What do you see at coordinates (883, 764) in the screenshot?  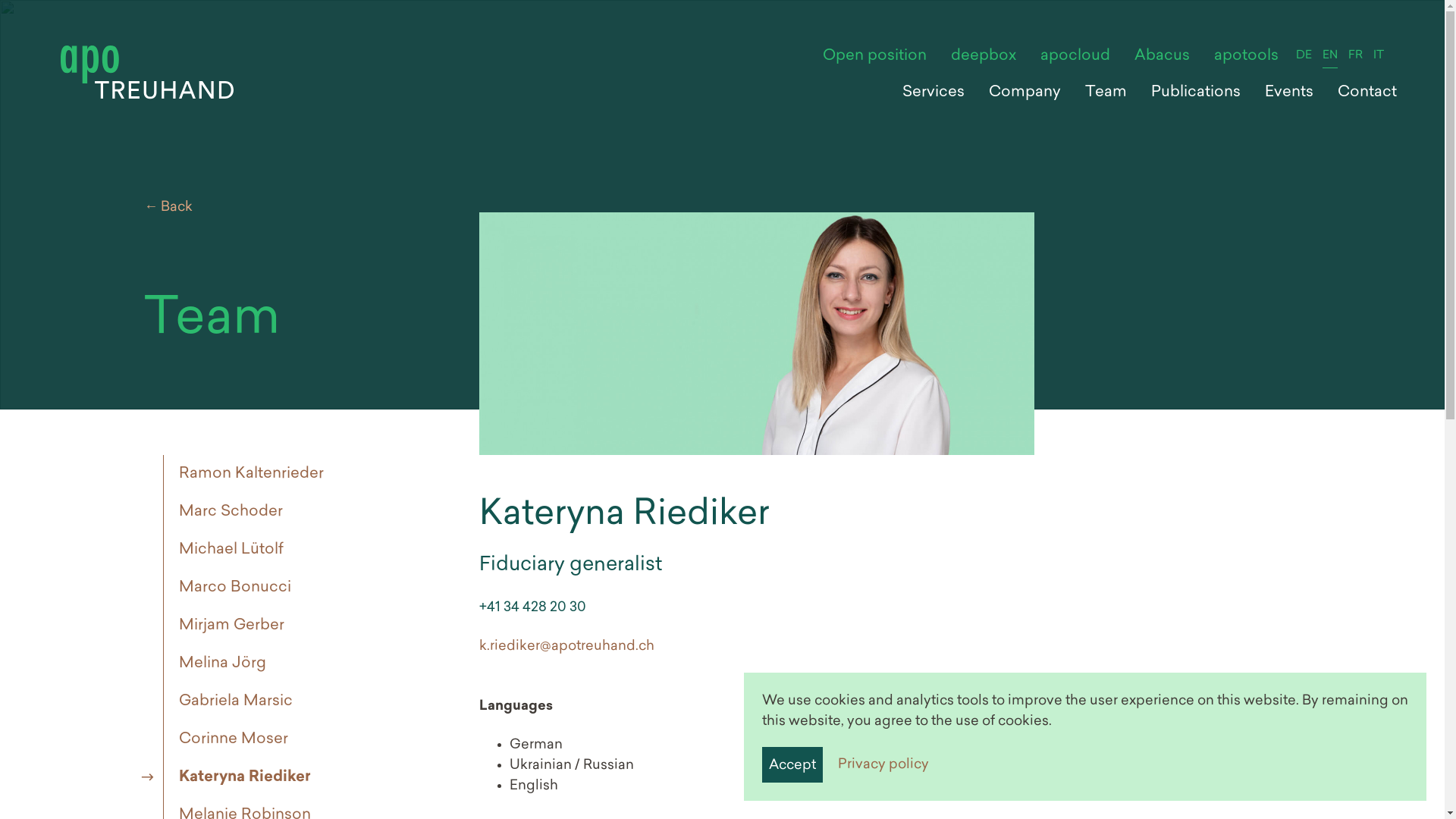 I see `'Privacy policy'` at bounding box center [883, 764].